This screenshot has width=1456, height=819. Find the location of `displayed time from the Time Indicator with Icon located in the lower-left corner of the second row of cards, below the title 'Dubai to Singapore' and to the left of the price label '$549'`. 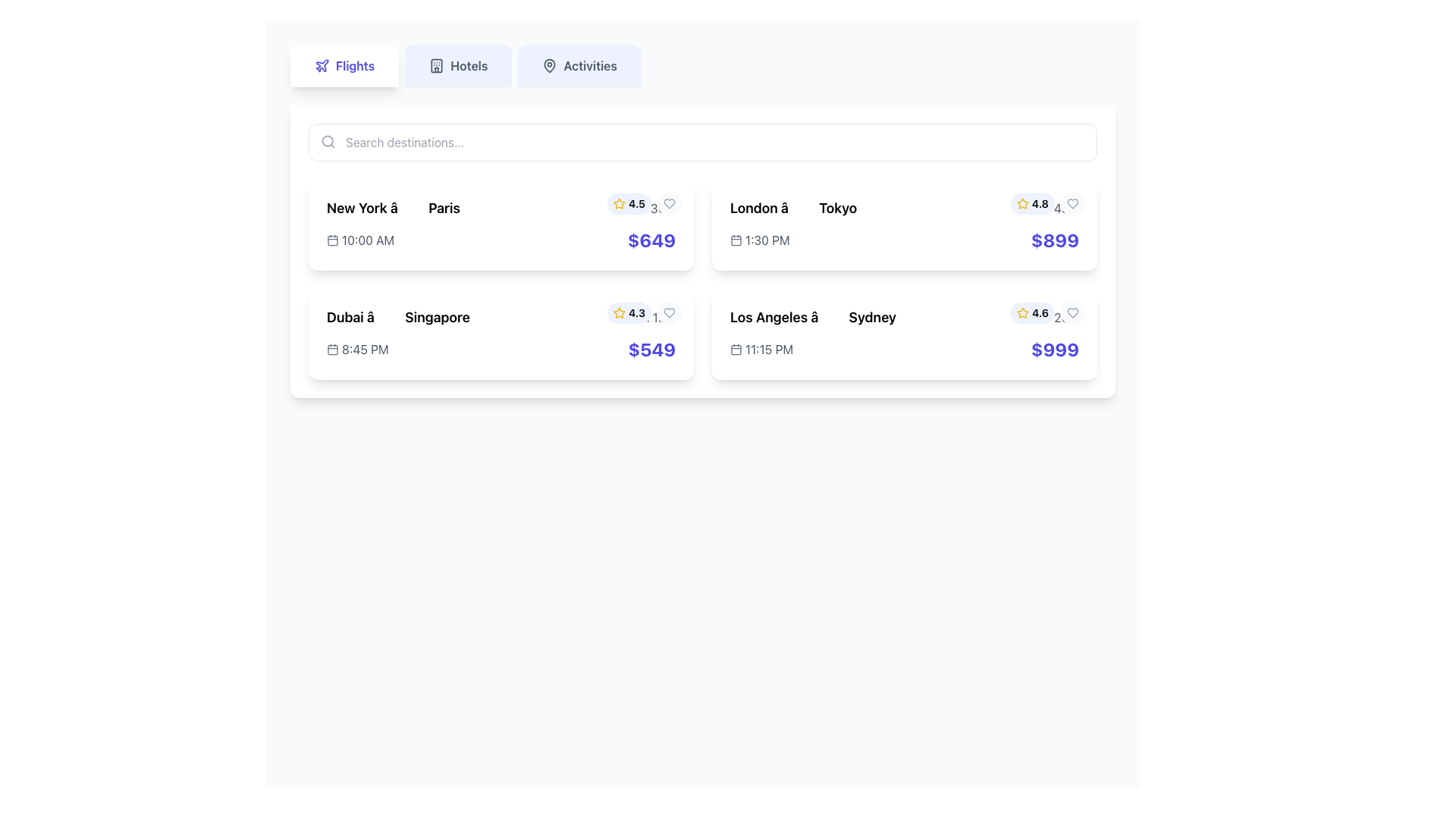

displayed time from the Time Indicator with Icon located in the lower-left corner of the second row of cards, below the title 'Dubai to Singapore' and to the left of the price label '$549' is located at coordinates (356, 350).